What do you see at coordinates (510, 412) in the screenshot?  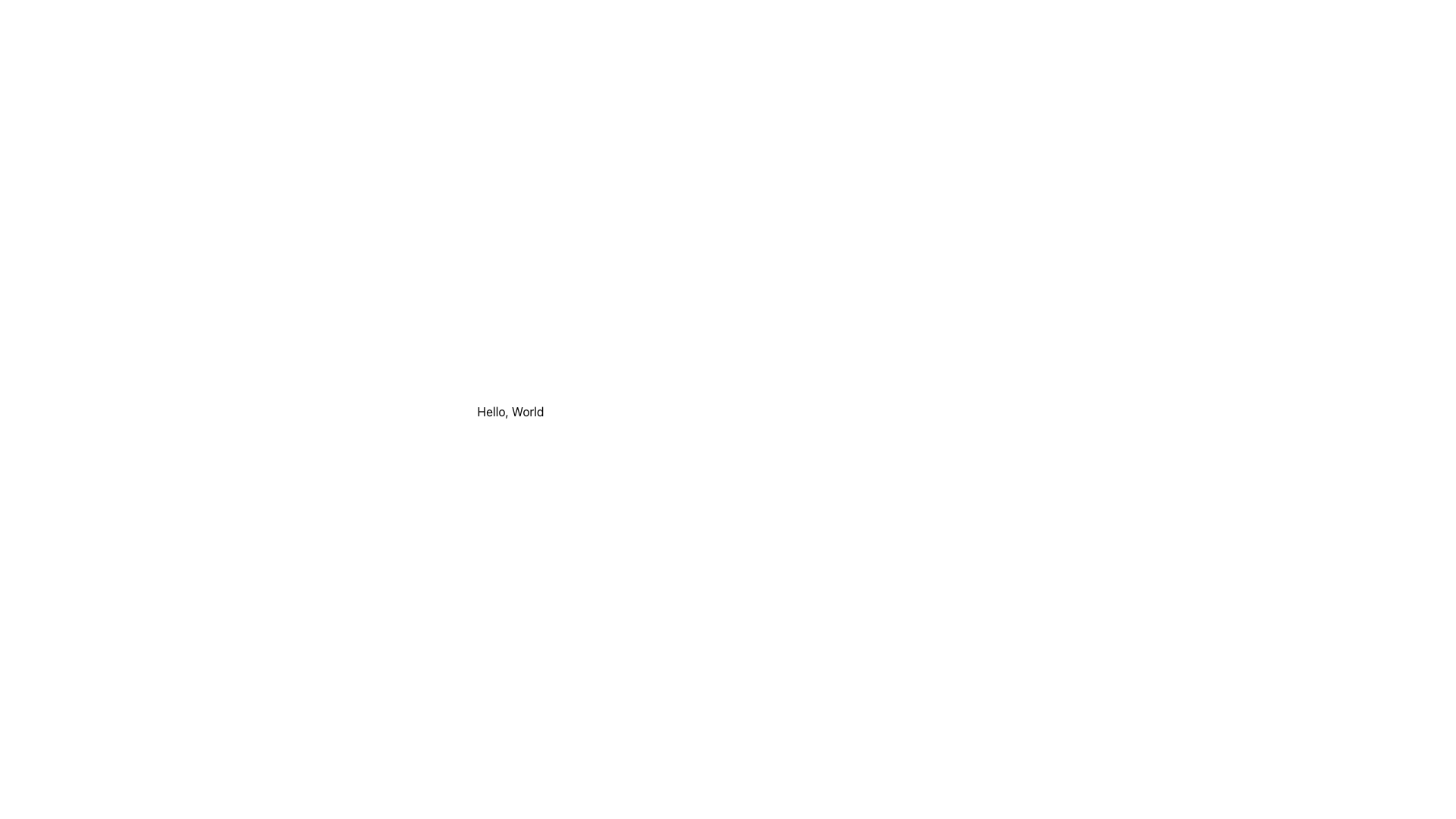 I see `the static text displaying 'Hello, World', which is centrally positioned within a white background and styled in black color` at bounding box center [510, 412].